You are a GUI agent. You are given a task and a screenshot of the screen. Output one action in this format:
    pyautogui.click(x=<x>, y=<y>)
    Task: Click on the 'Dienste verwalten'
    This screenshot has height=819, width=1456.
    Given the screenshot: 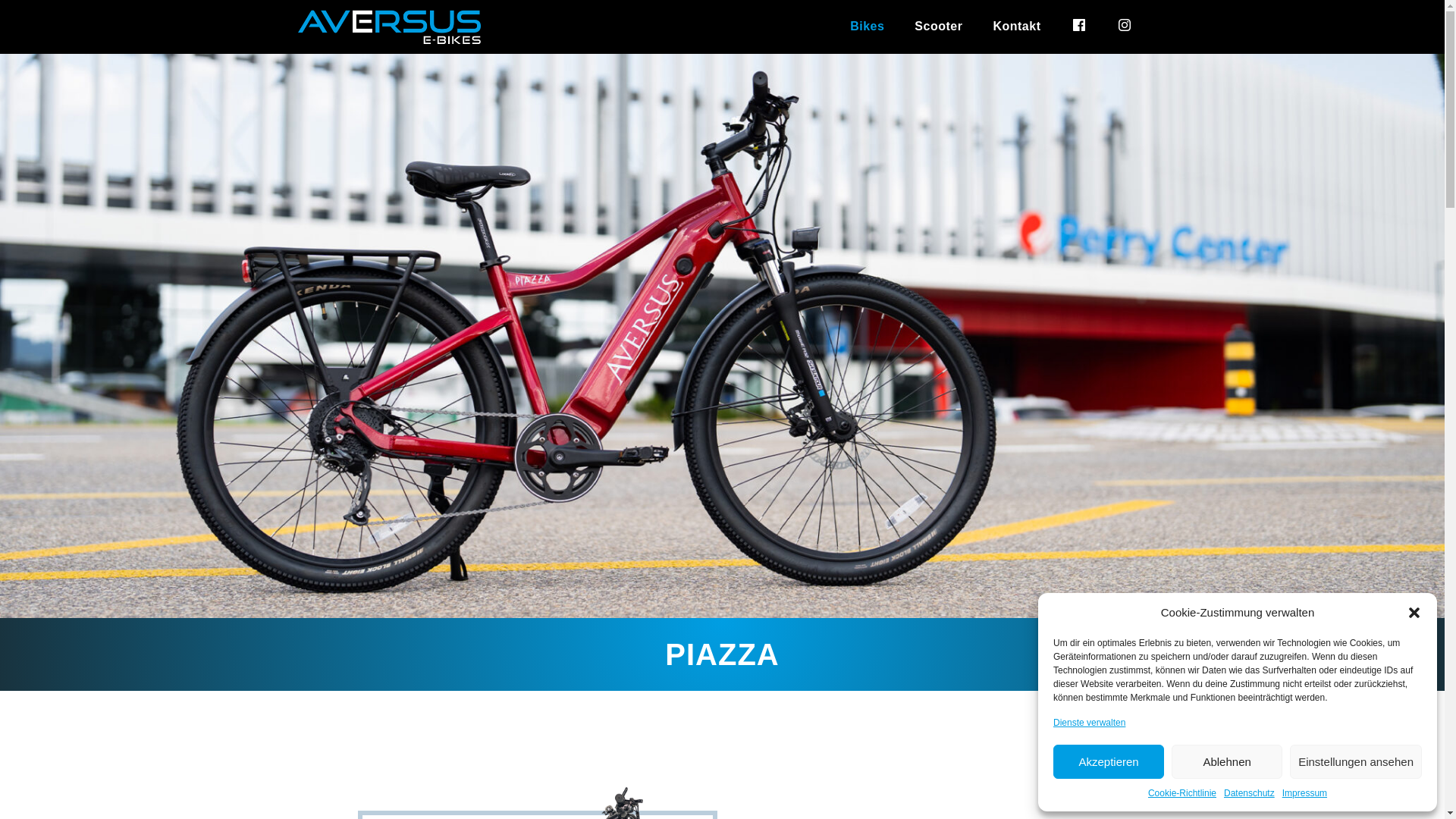 What is the action you would take?
    pyautogui.click(x=1088, y=721)
    